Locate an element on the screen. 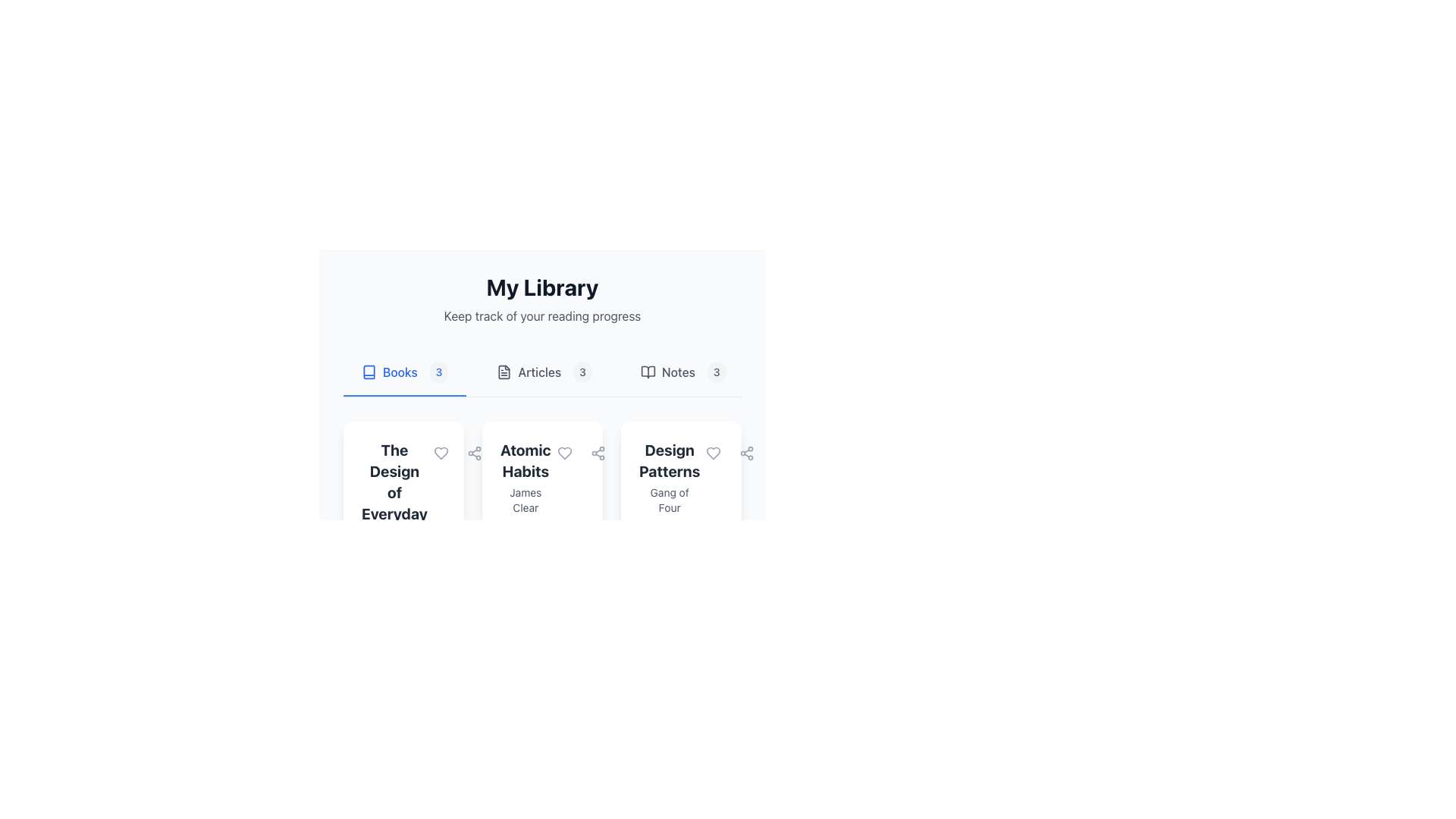 The height and width of the screenshot is (819, 1456). the interactive button or navigational tab for accessing the 'Books' section, which is the first item under 'My Library' is located at coordinates (405, 373).